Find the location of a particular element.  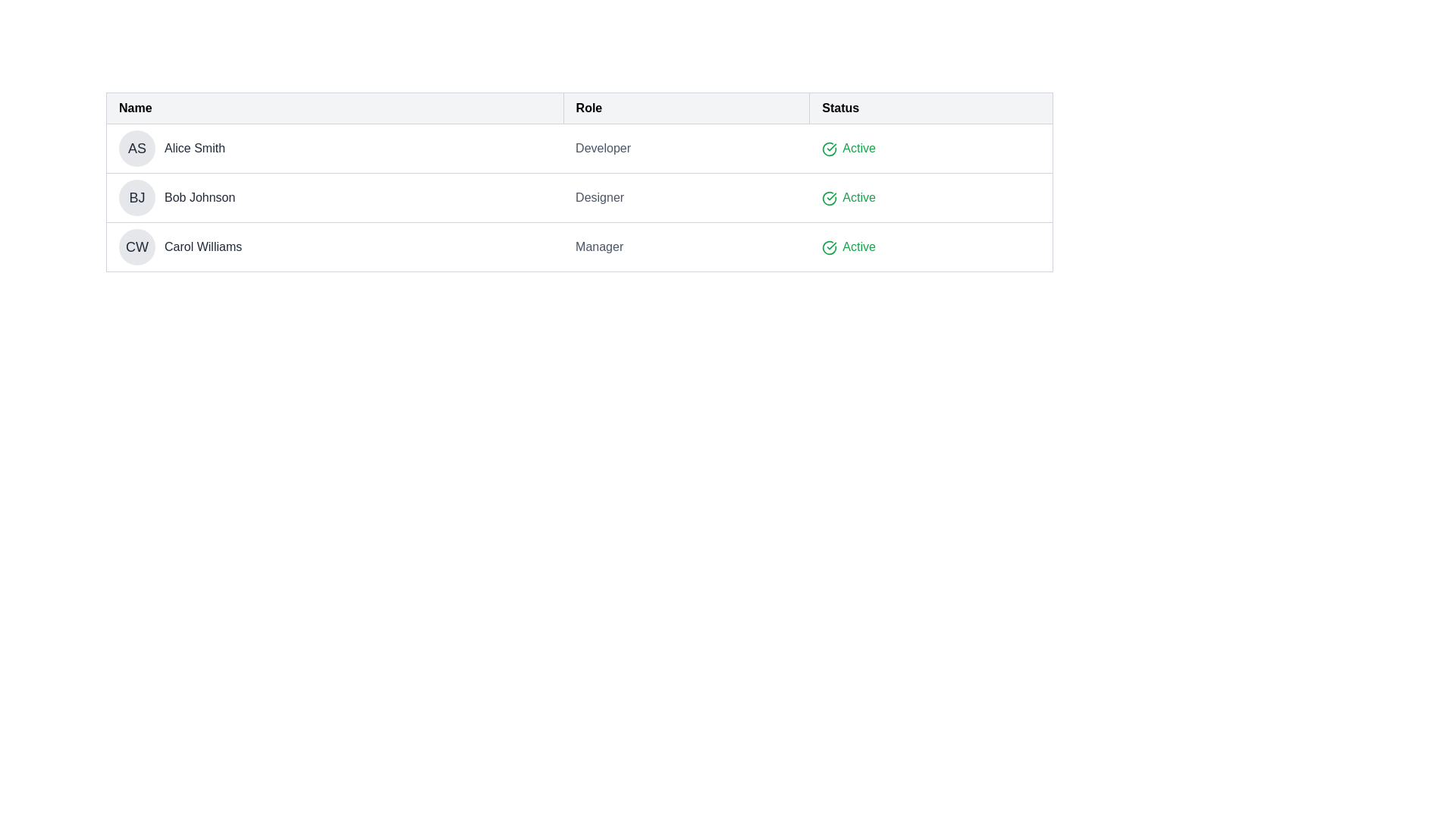

the circular avatar containing the initials 'AS', which is part of the first row in the user information table, located to the left of the text 'Alice Smith' is located at coordinates (137, 149).